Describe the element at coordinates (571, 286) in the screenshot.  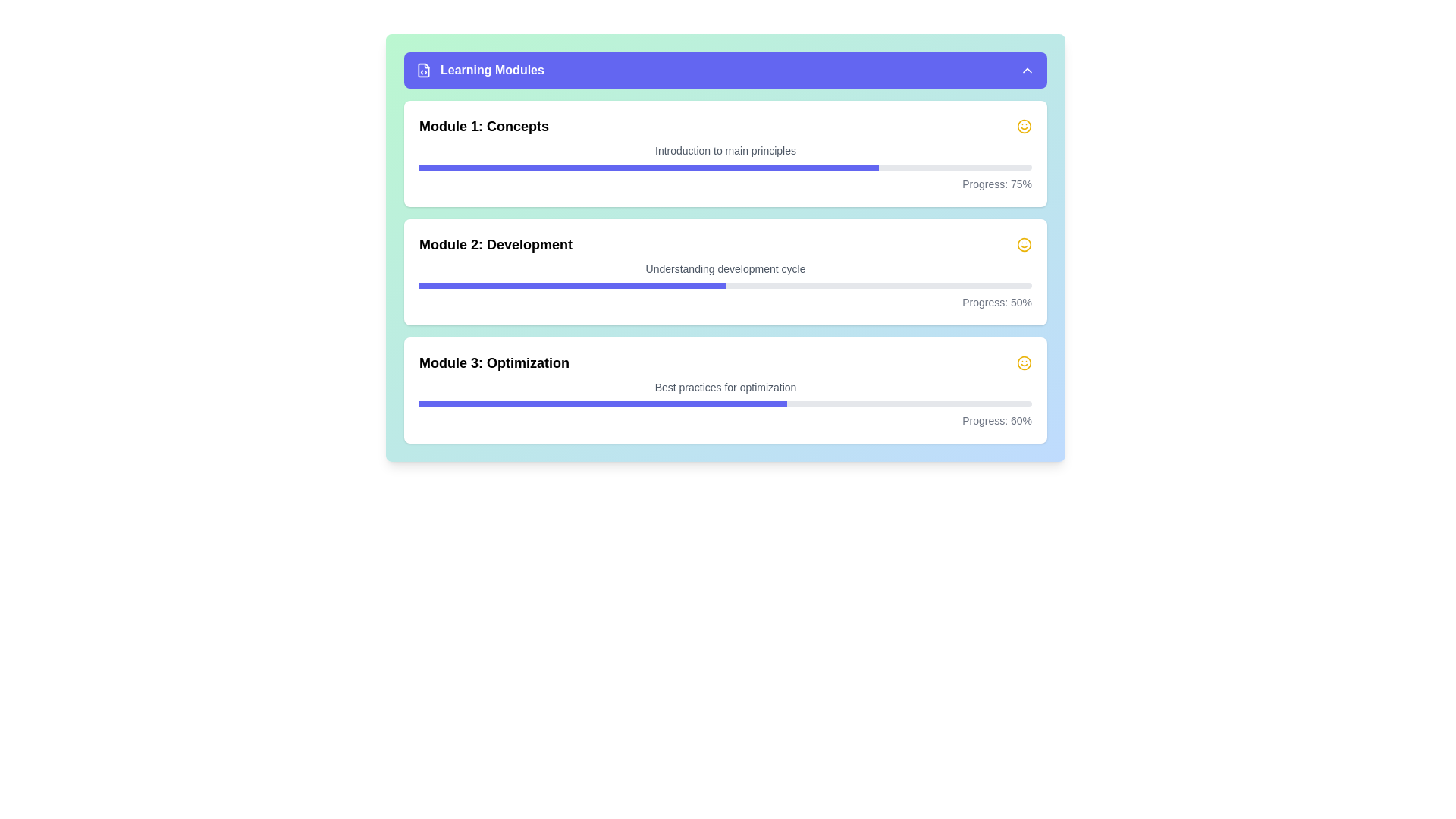
I see `the indigo filled portion of the progress bar indicator, which is part of the second module's progress bar layout and occupies 50% of its width` at that location.